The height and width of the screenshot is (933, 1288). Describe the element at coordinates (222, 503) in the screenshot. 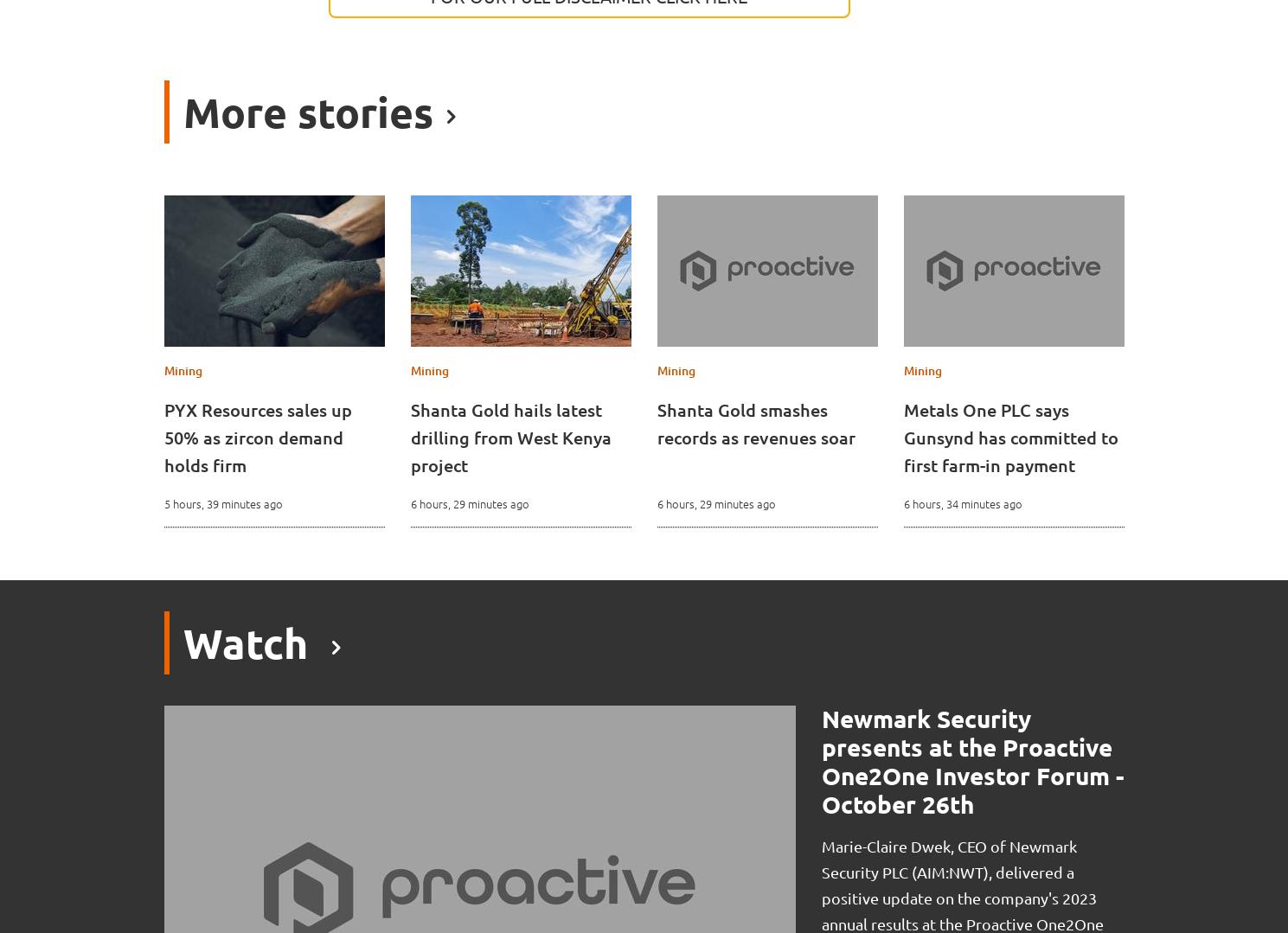

I see `'5 hours, 39 minutes ago'` at that location.